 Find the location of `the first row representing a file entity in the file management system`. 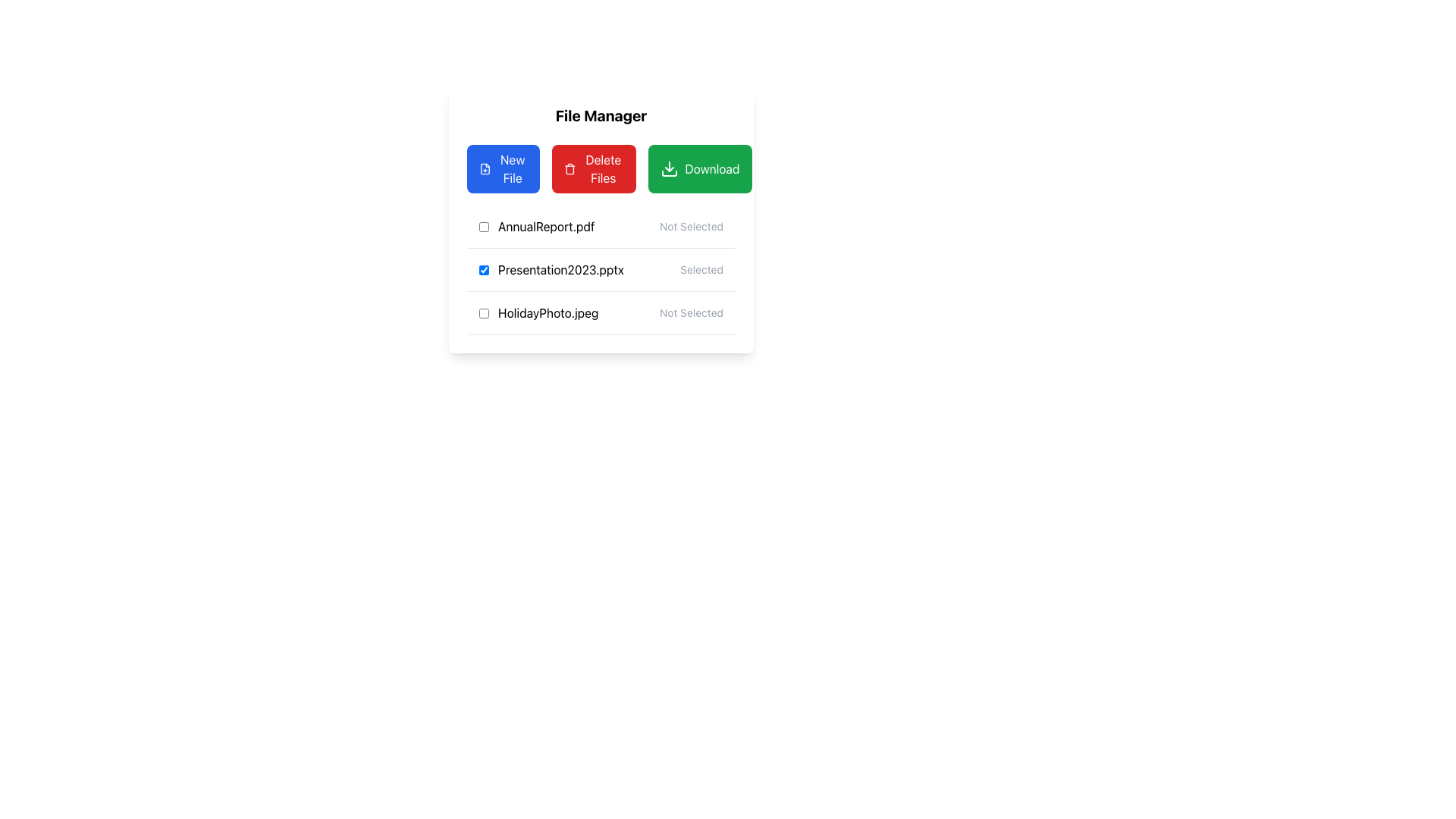

the first row representing a file entity in the file management system is located at coordinates (600, 227).